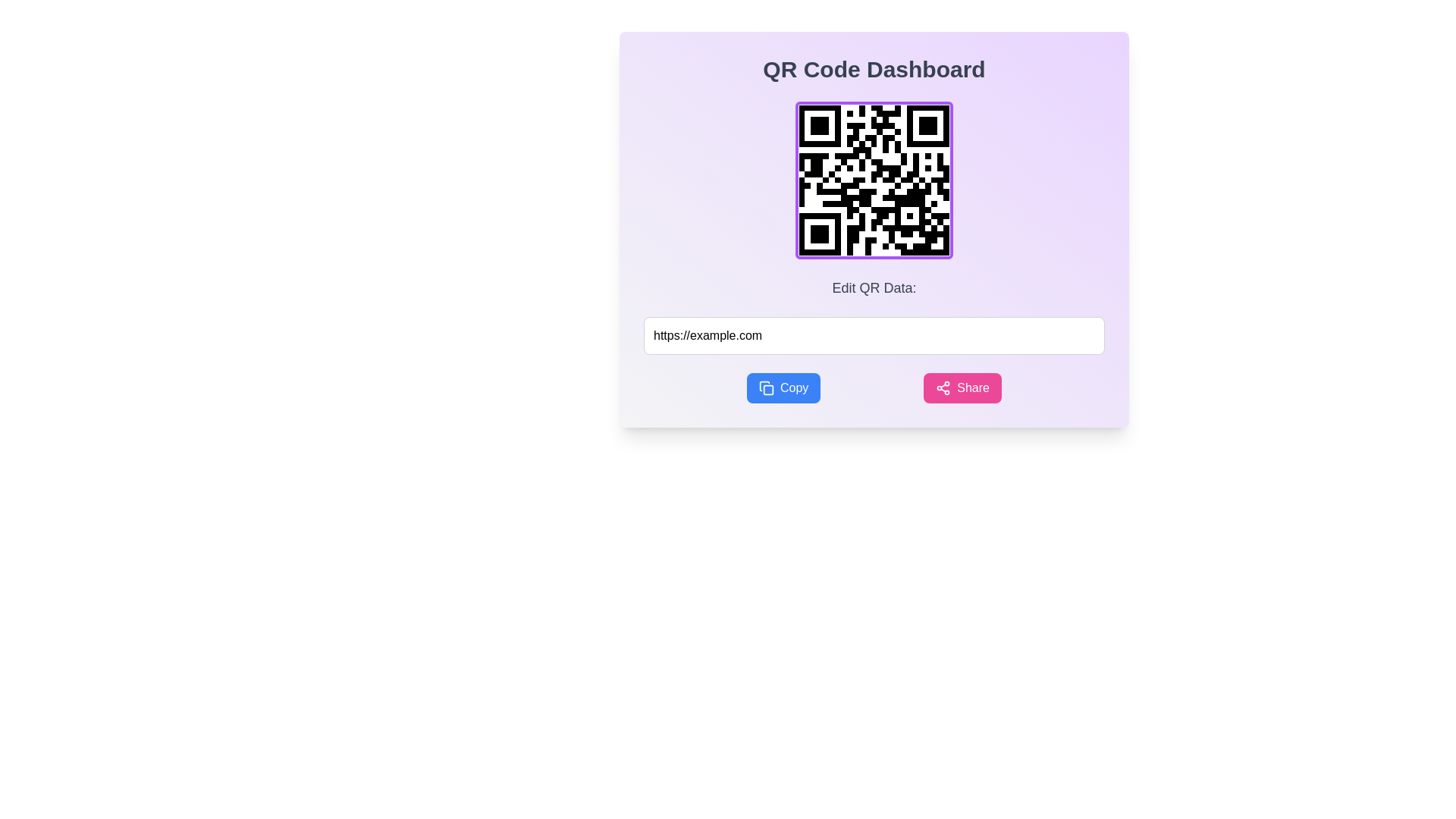 Image resolution: width=1456 pixels, height=819 pixels. Describe the element at coordinates (766, 388) in the screenshot. I see `the vector icon resembling two overlapping document outlines, which is located inside the blue button labeled 'Copy' and positioned to the left of the text` at that location.